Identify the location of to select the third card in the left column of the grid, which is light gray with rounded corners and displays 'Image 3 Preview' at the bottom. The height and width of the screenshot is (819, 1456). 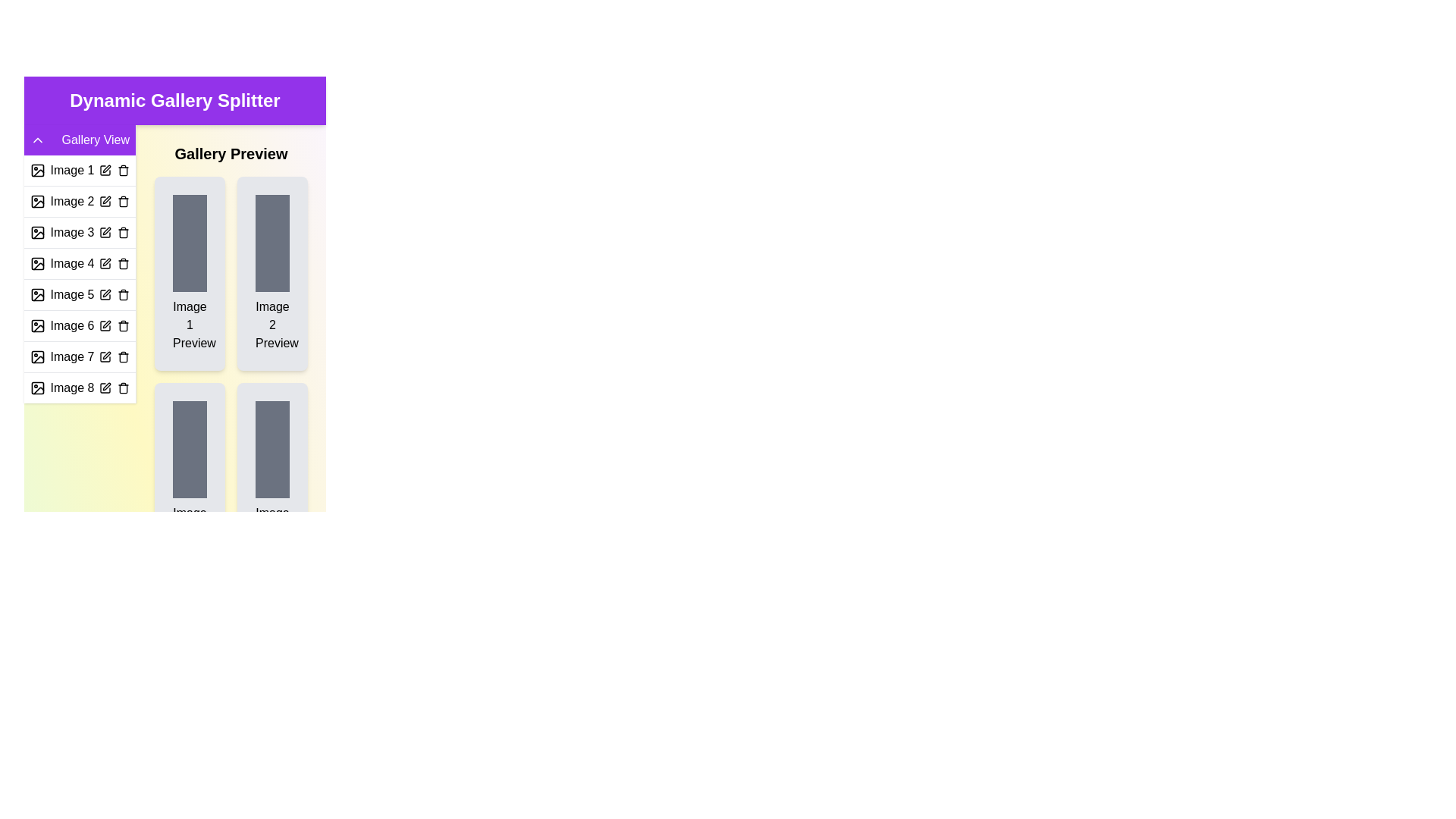
(189, 479).